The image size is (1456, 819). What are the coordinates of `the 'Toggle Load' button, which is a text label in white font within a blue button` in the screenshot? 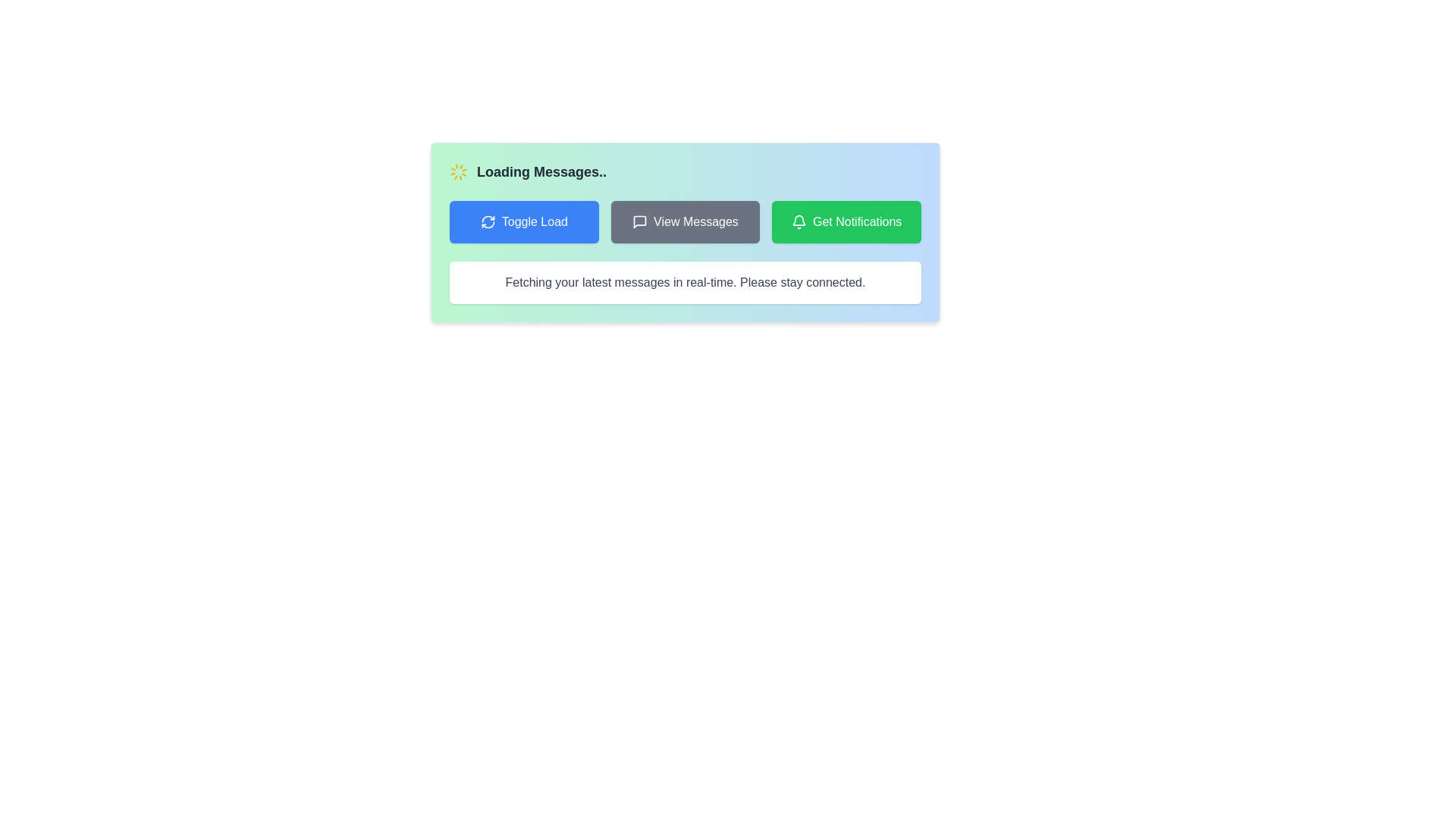 It's located at (535, 222).